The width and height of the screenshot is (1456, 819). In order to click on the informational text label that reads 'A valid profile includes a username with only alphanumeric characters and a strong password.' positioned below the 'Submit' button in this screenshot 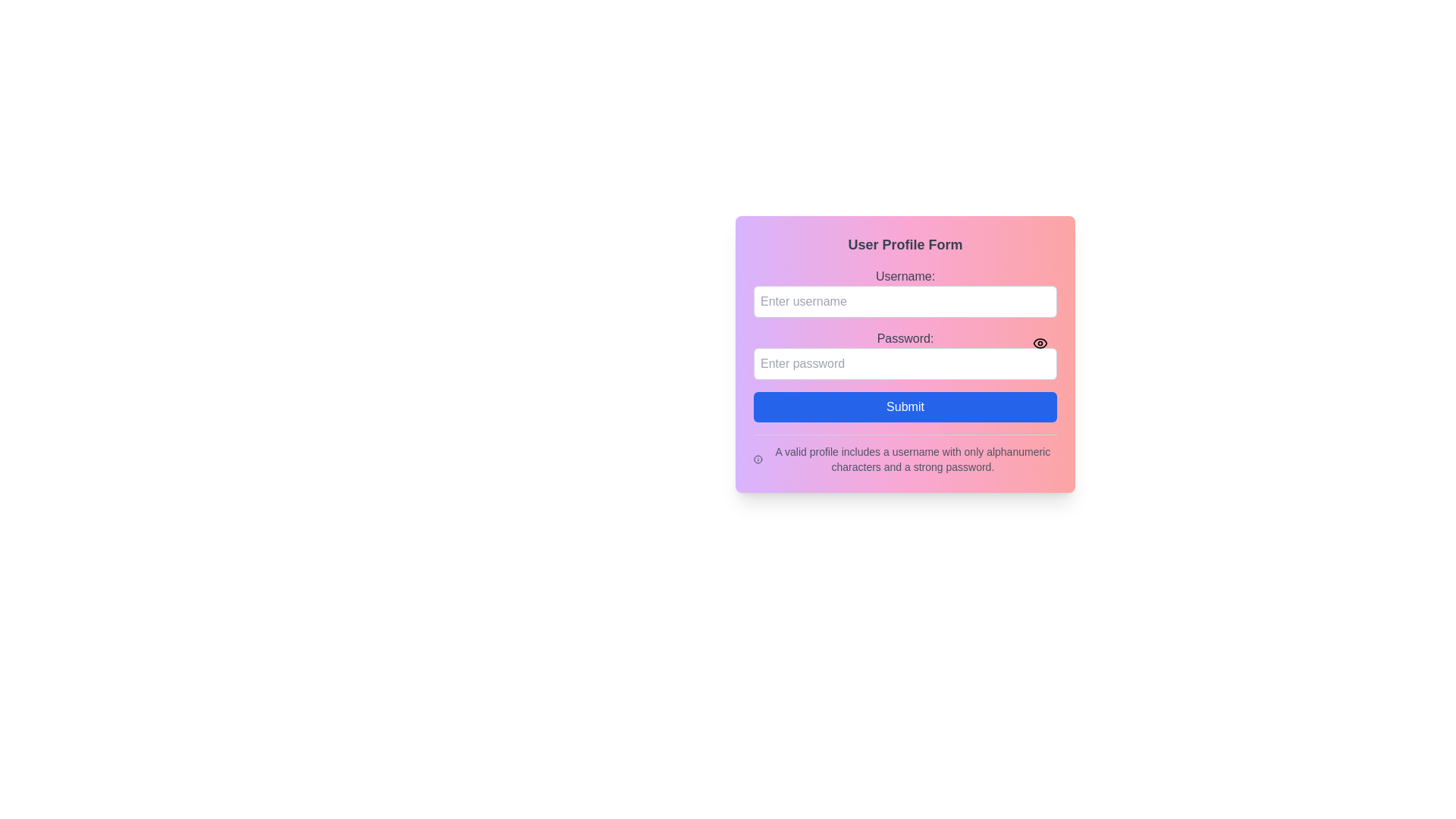, I will do `click(912, 458)`.